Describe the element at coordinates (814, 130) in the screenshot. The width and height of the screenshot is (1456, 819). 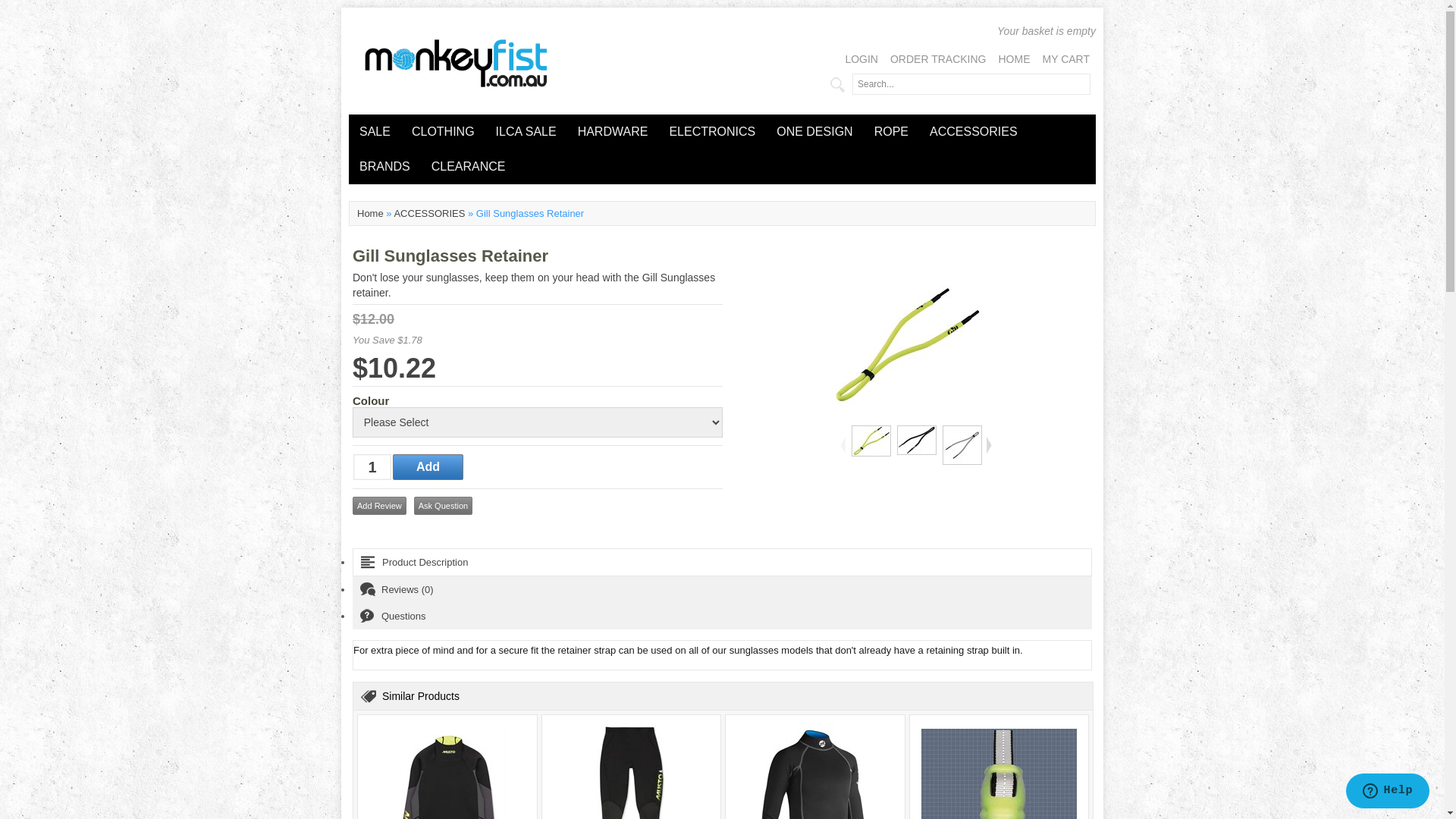
I see `'ONE DESIGN'` at that location.